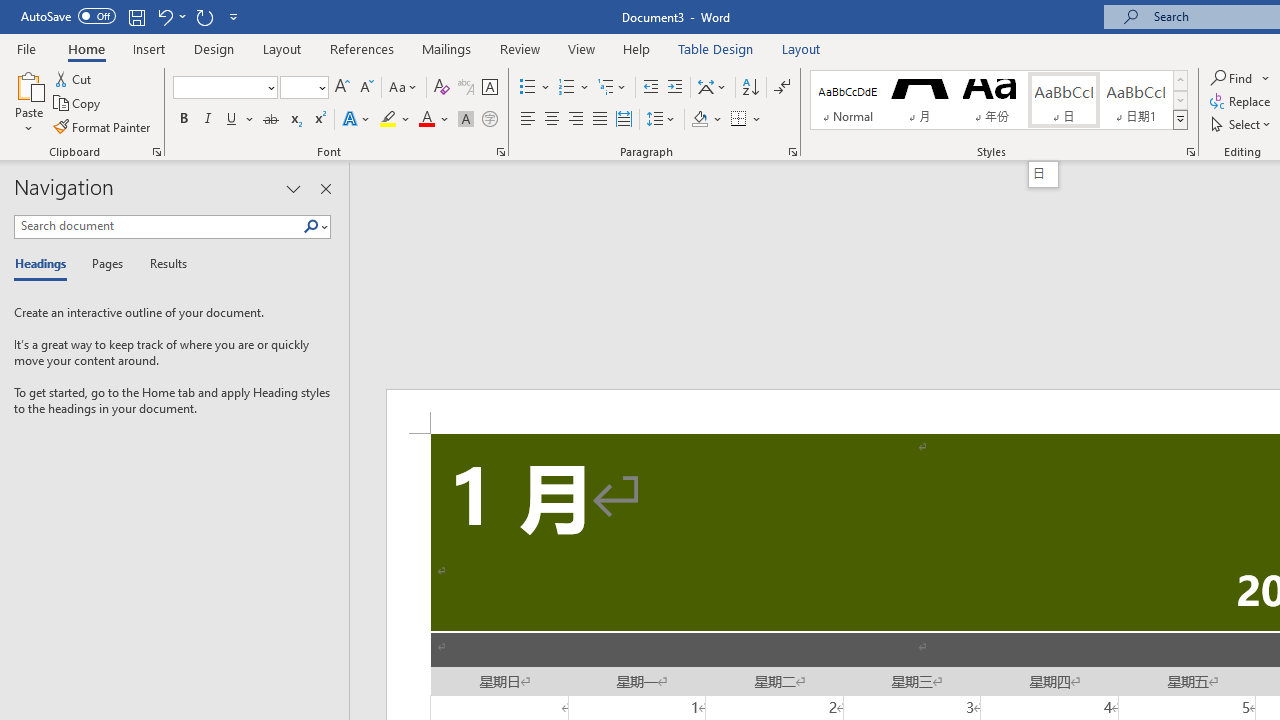  Describe the element at coordinates (528, 119) in the screenshot. I see `'Align Left'` at that location.